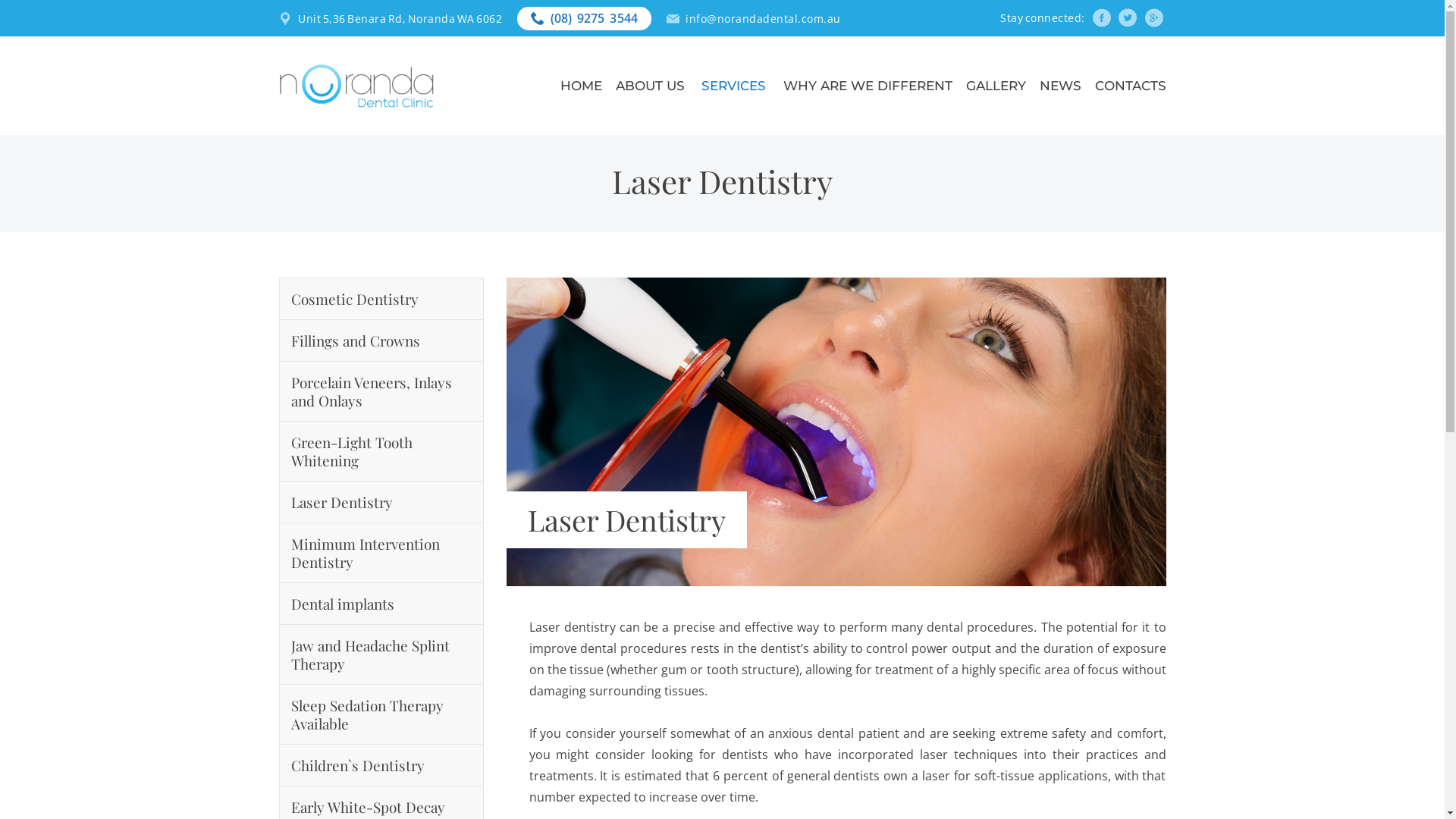  I want to click on '(08) 9275 3544', so click(593, 17).